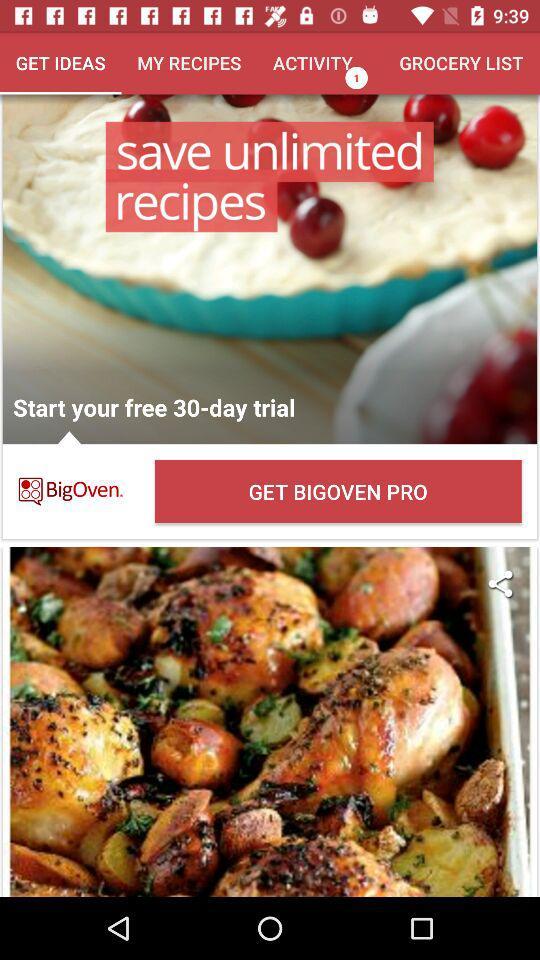 The width and height of the screenshot is (540, 960). What do you see at coordinates (270, 721) in the screenshot?
I see `the recipe` at bounding box center [270, 721].